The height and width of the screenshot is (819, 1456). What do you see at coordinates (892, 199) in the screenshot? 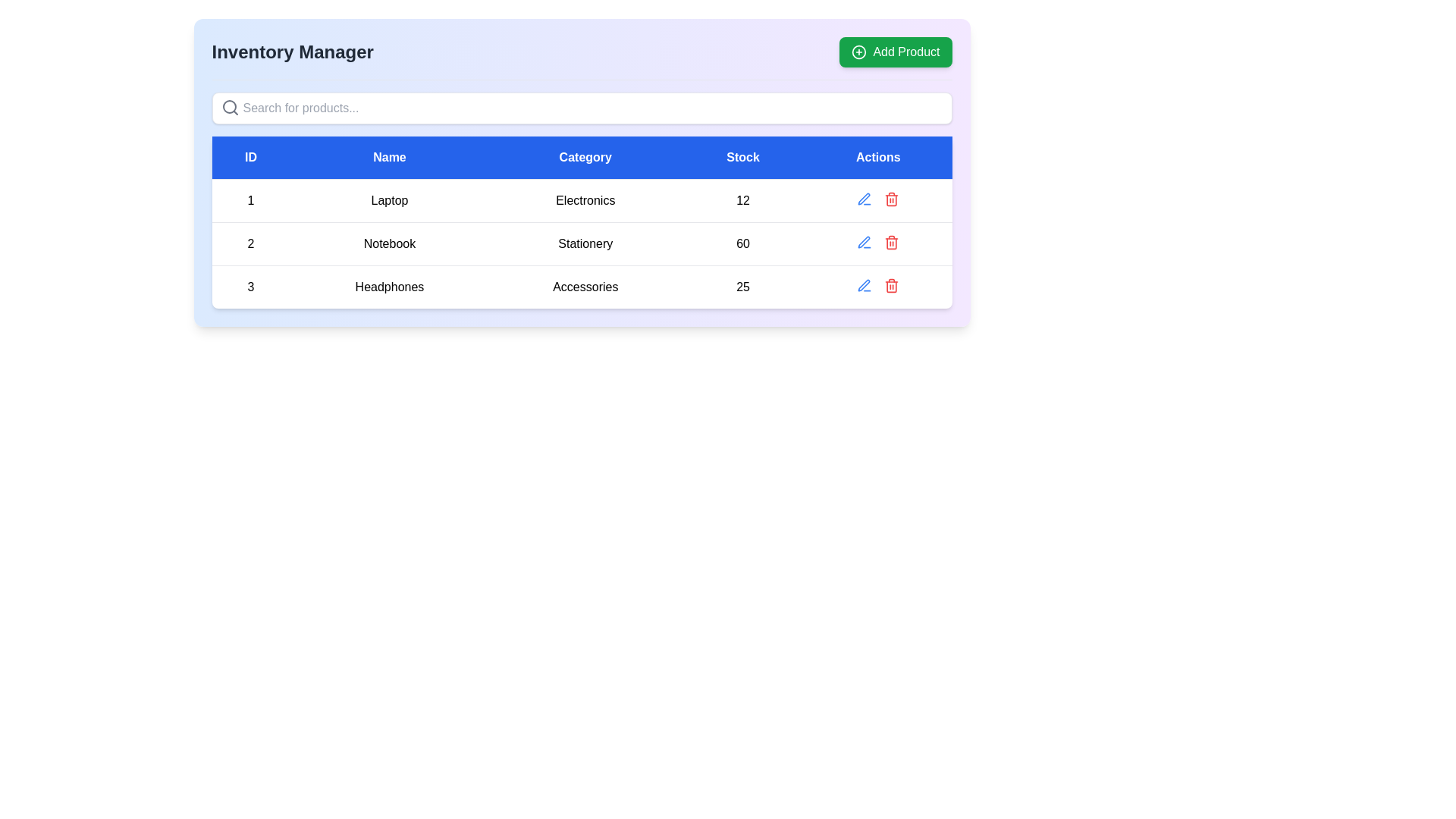
I see `the trash can icon in the Actions column of the data table` at bounding box center [892, 199].